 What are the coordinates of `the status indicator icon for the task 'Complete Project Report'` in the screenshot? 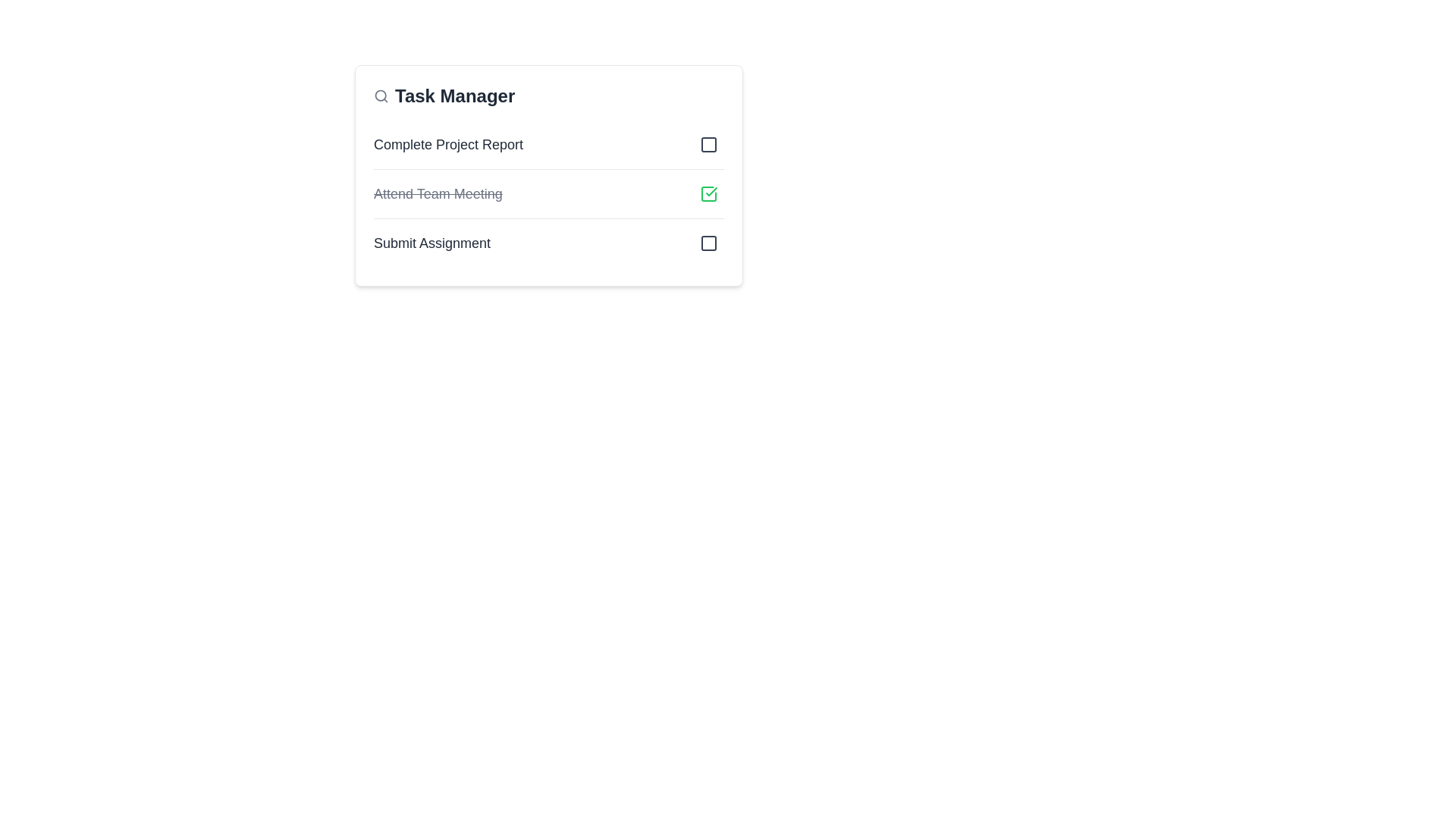 It's located at (708, 145).